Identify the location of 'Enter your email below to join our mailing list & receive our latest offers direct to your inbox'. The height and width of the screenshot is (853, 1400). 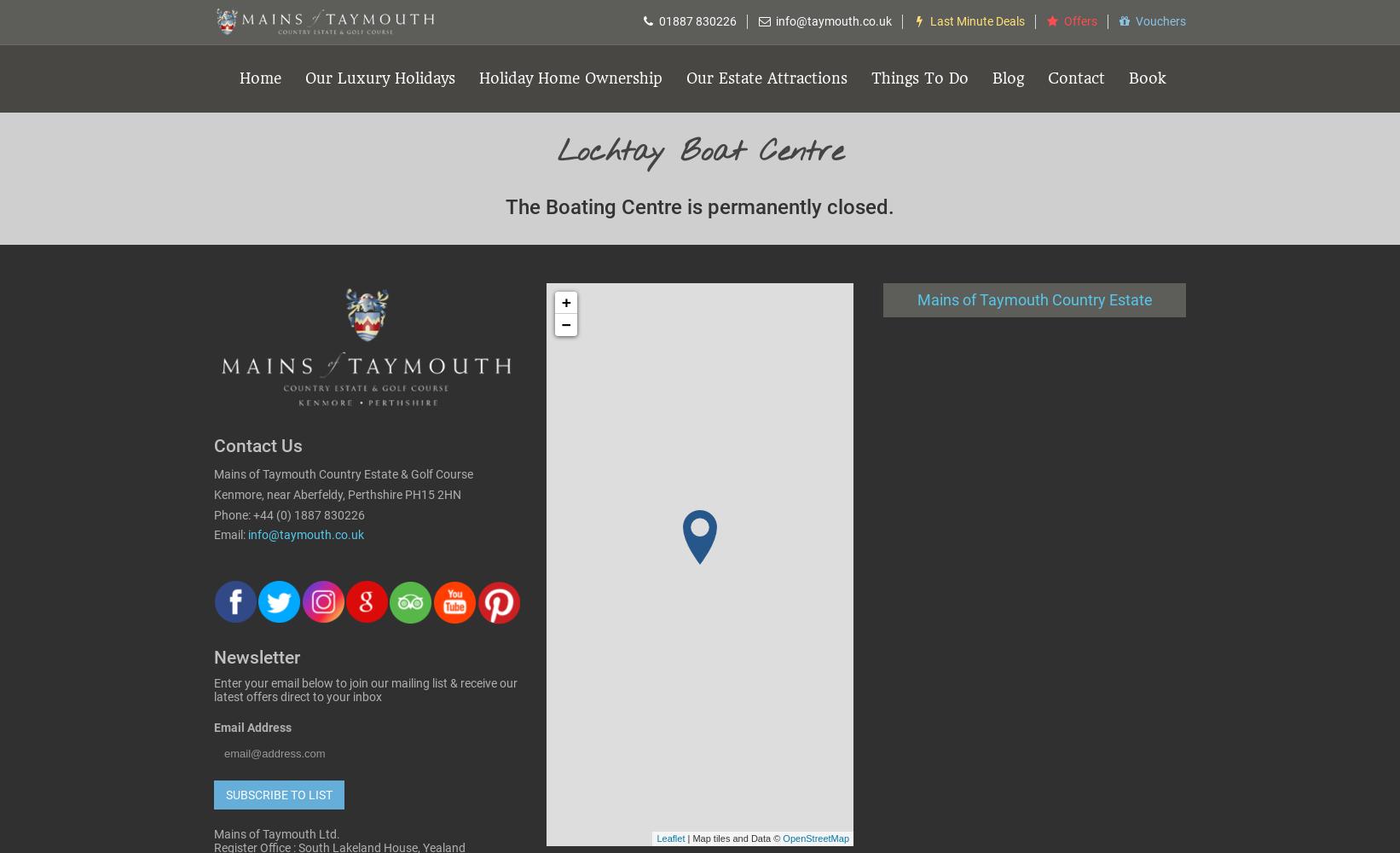
(365, 690).